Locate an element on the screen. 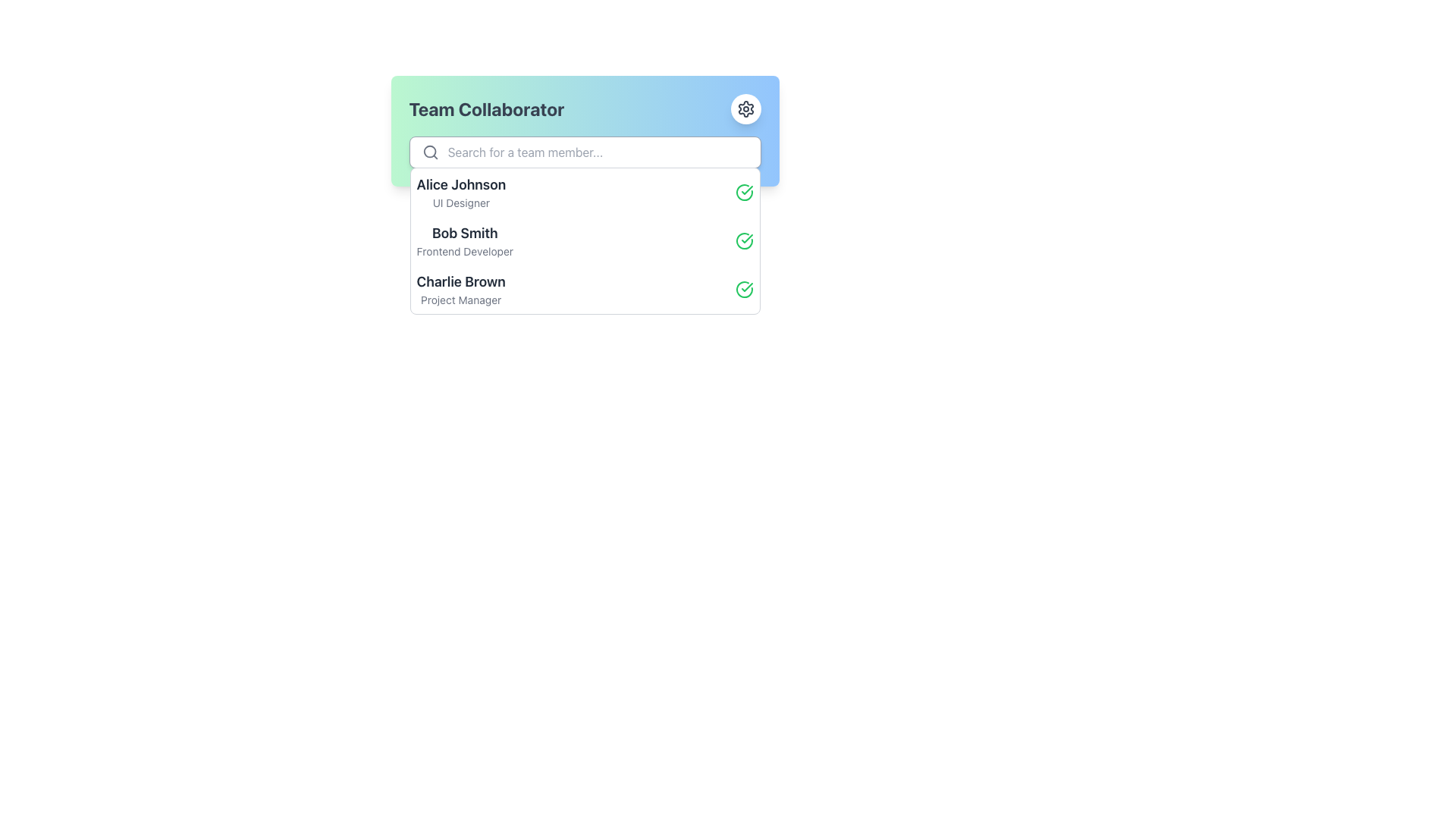  the settings icon located at the top-right corner of the blue bar, next to the 'Team Collaborator' header is located at coordinates (745, 108).